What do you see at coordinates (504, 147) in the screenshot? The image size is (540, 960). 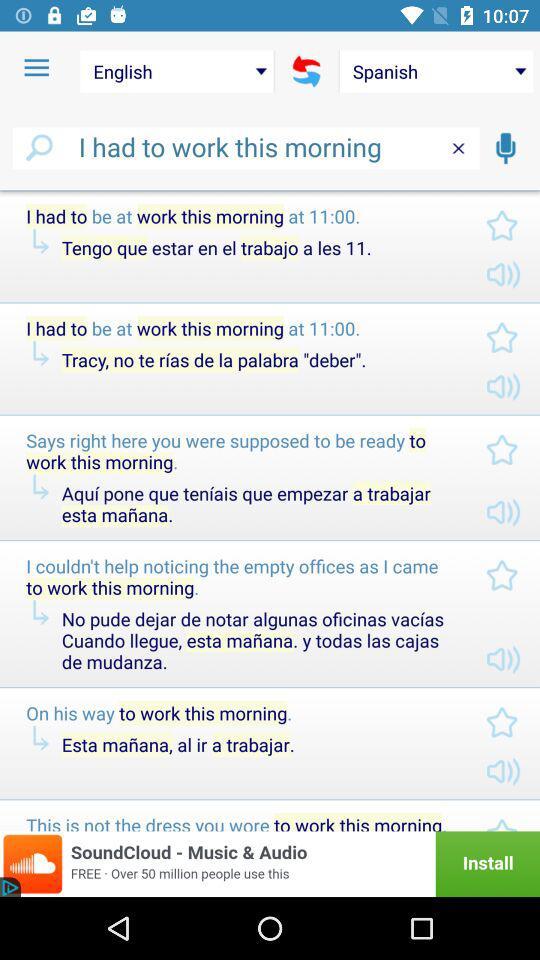 I see `switch to record` at bounding box center [504, 147].